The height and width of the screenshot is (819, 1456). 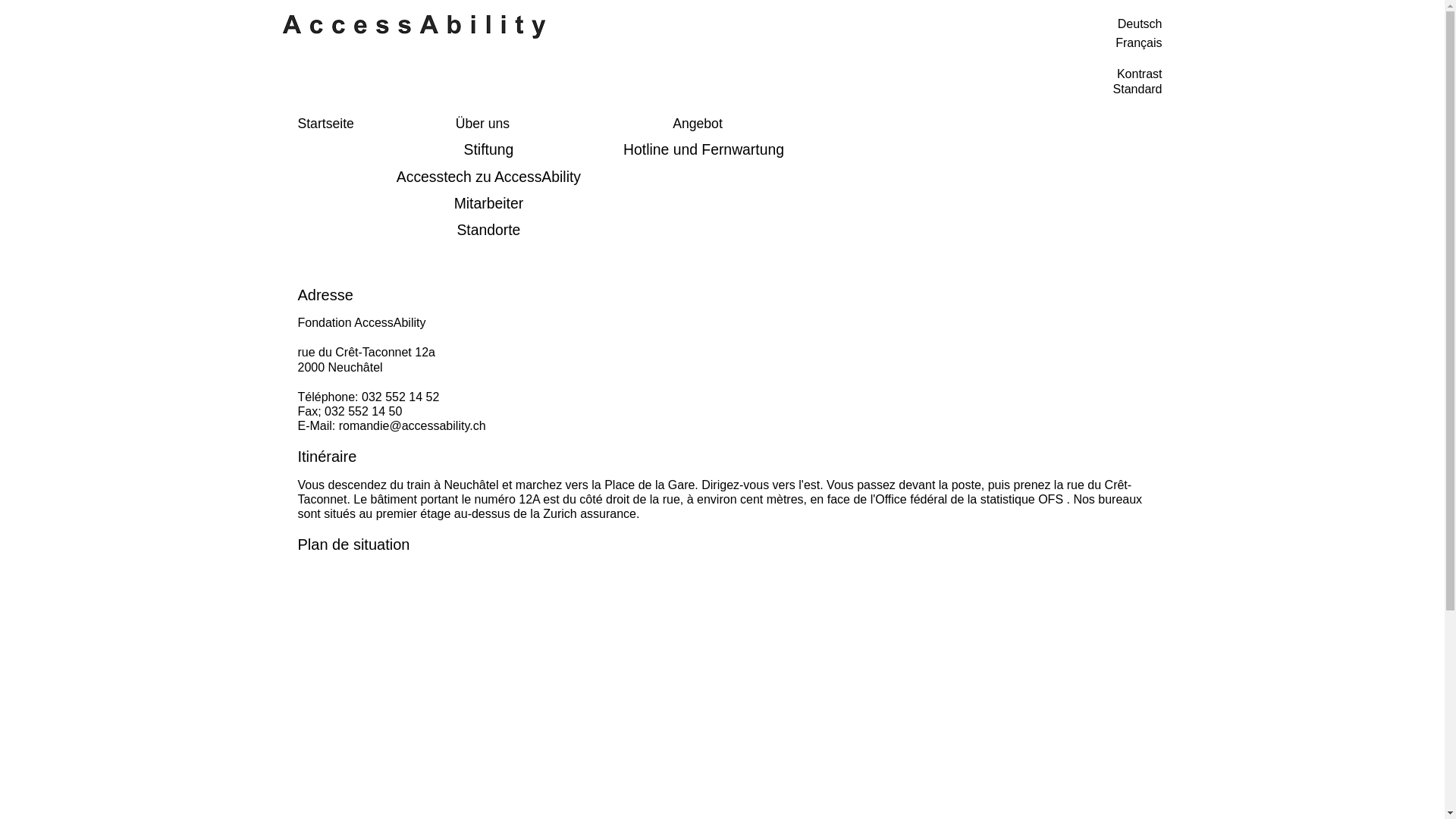 What do you see at coordinates (488, 176) in the screenshot?
I see `'Accesstech zu AccessAbility'` at bounding box center [488, 176].